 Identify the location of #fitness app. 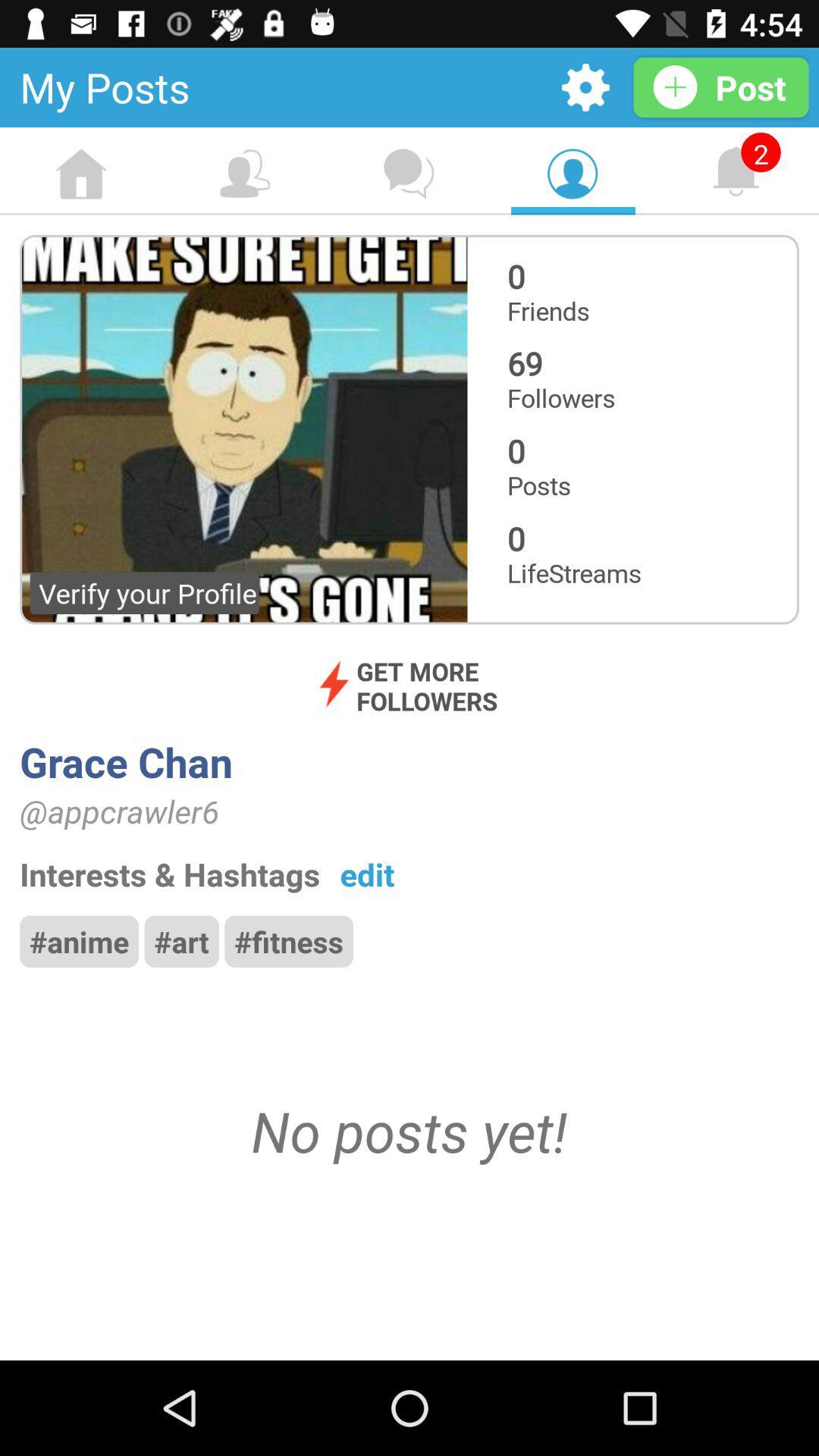
(289, 940).